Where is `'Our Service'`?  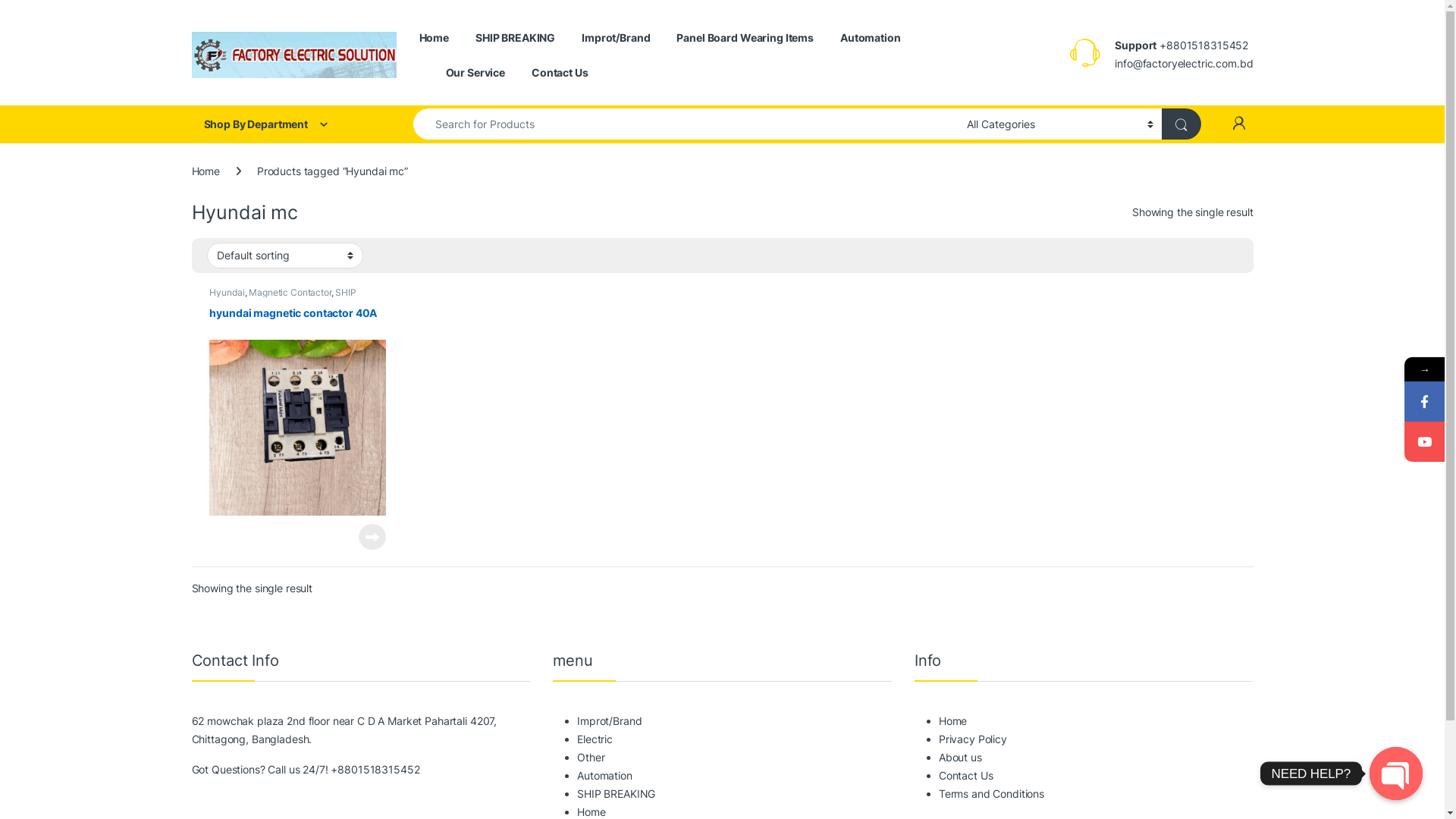 'Our Service' is located at coordinates (475, 73).